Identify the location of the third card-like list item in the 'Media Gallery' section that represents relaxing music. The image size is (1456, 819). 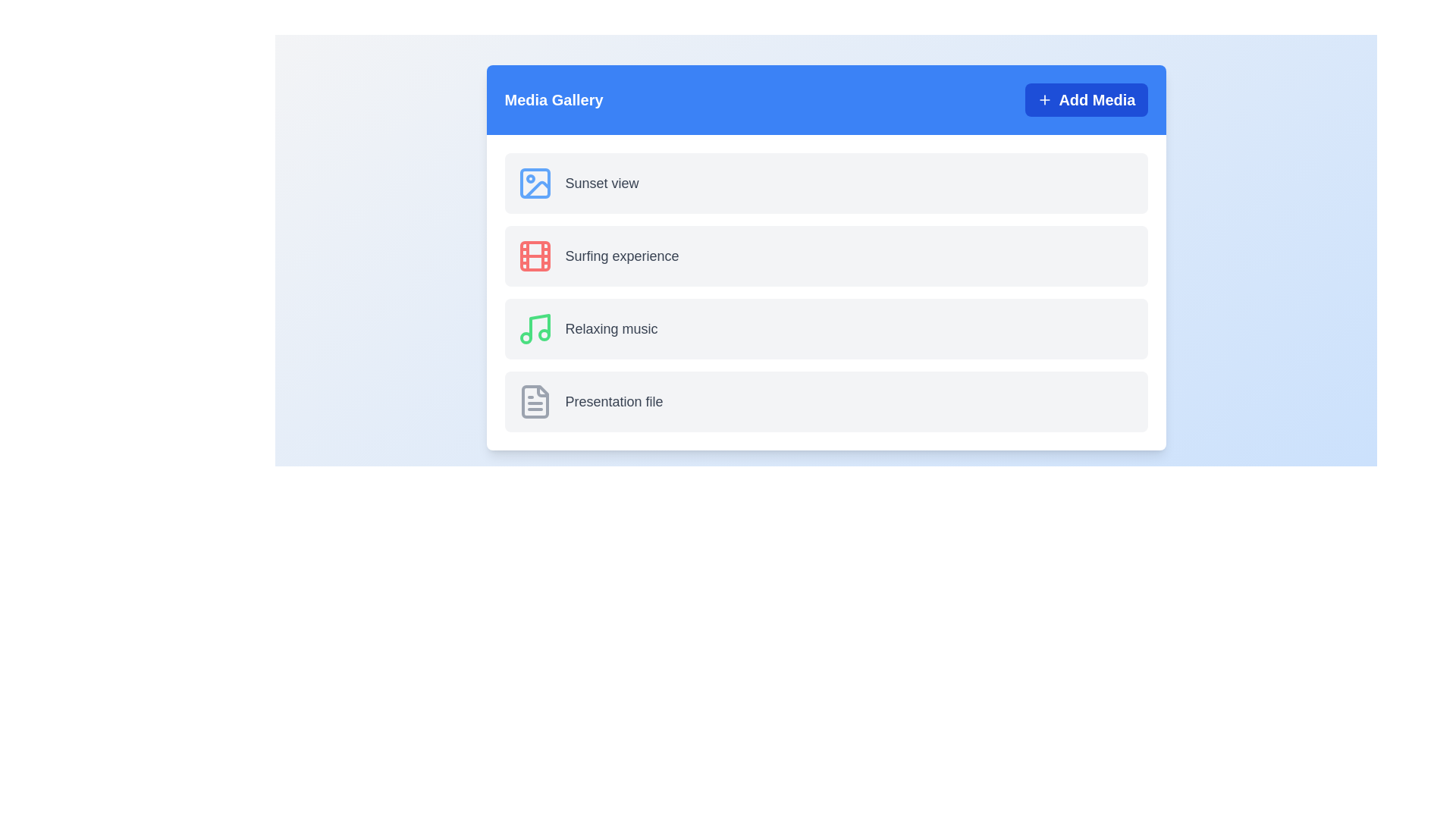
(825, 328).